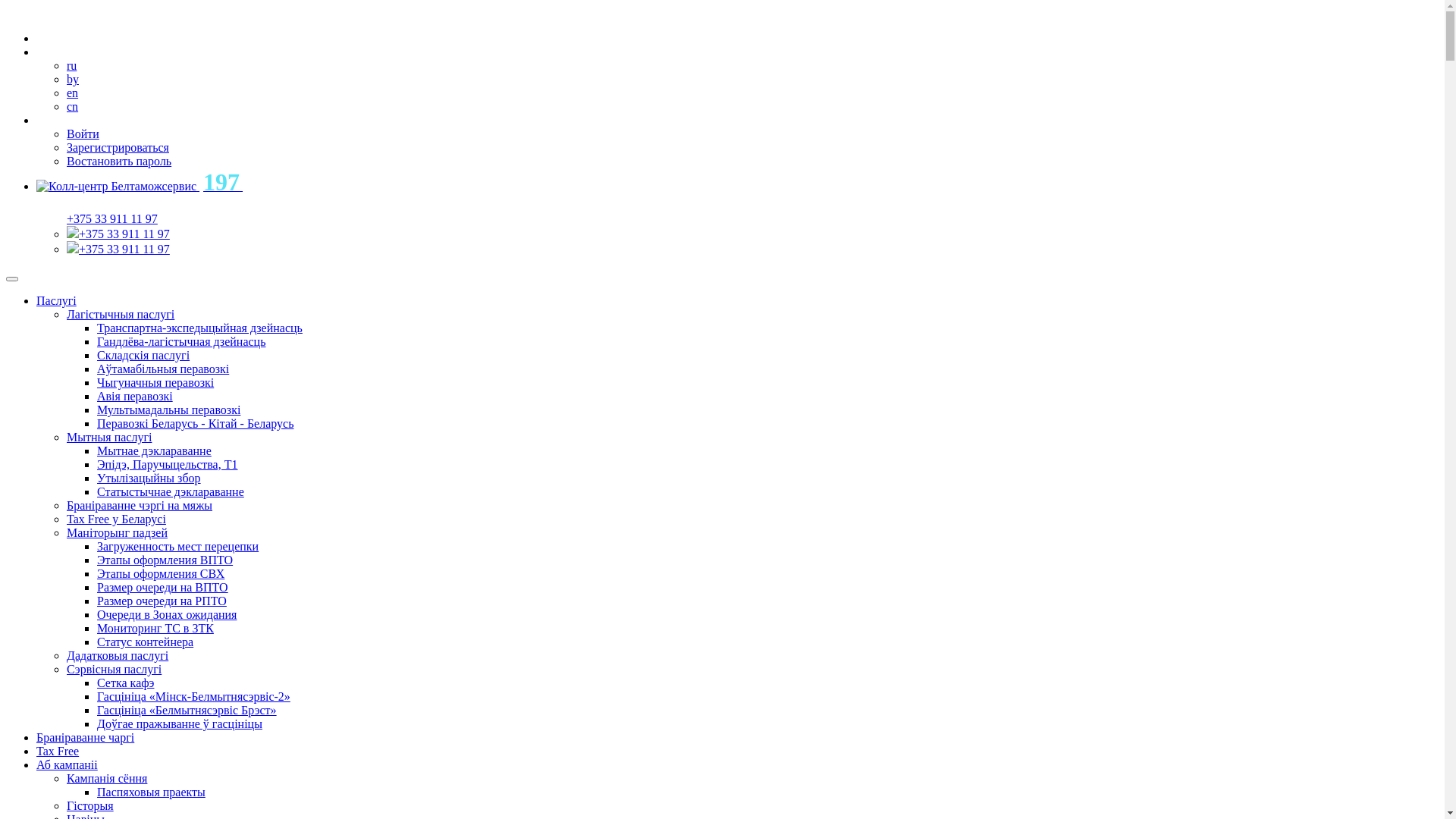 The width and height of the screenshot is (1456, 819). I want to click on 'cn', so click(65, 105).